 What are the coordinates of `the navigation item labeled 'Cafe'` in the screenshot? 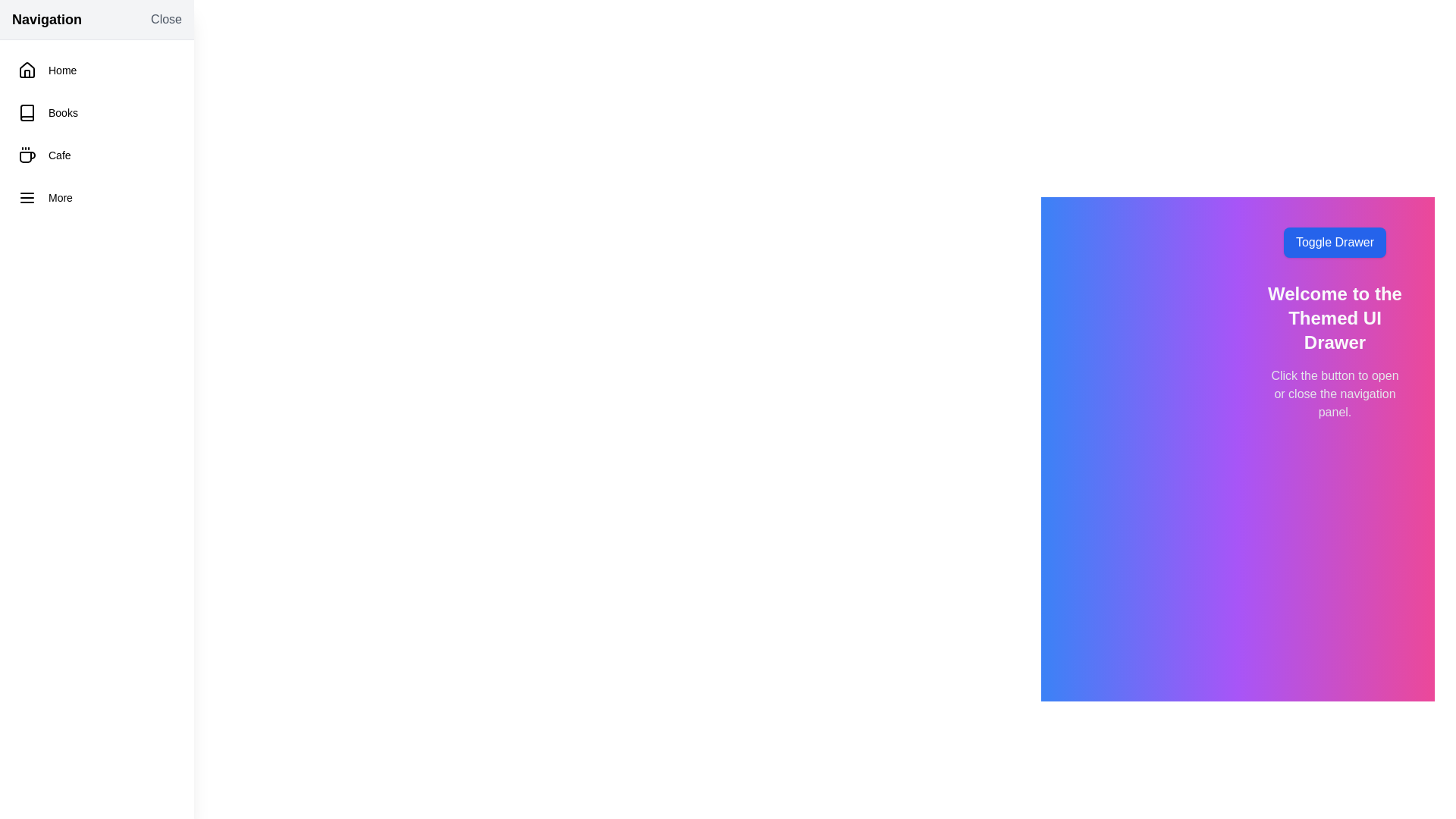 It's located at (96, 155).